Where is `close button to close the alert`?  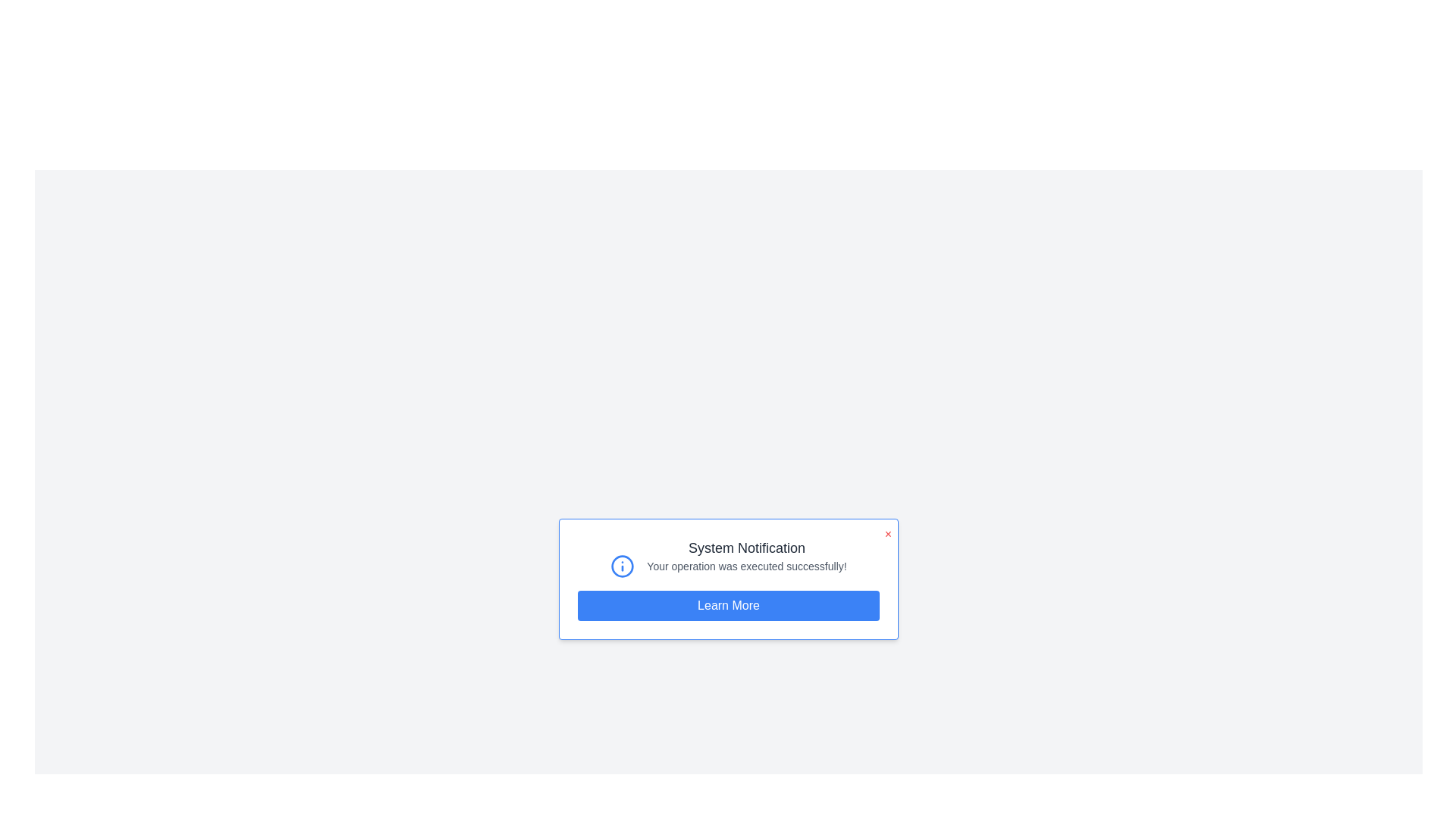 close button to close the alert is located at coordinates (888, 533).